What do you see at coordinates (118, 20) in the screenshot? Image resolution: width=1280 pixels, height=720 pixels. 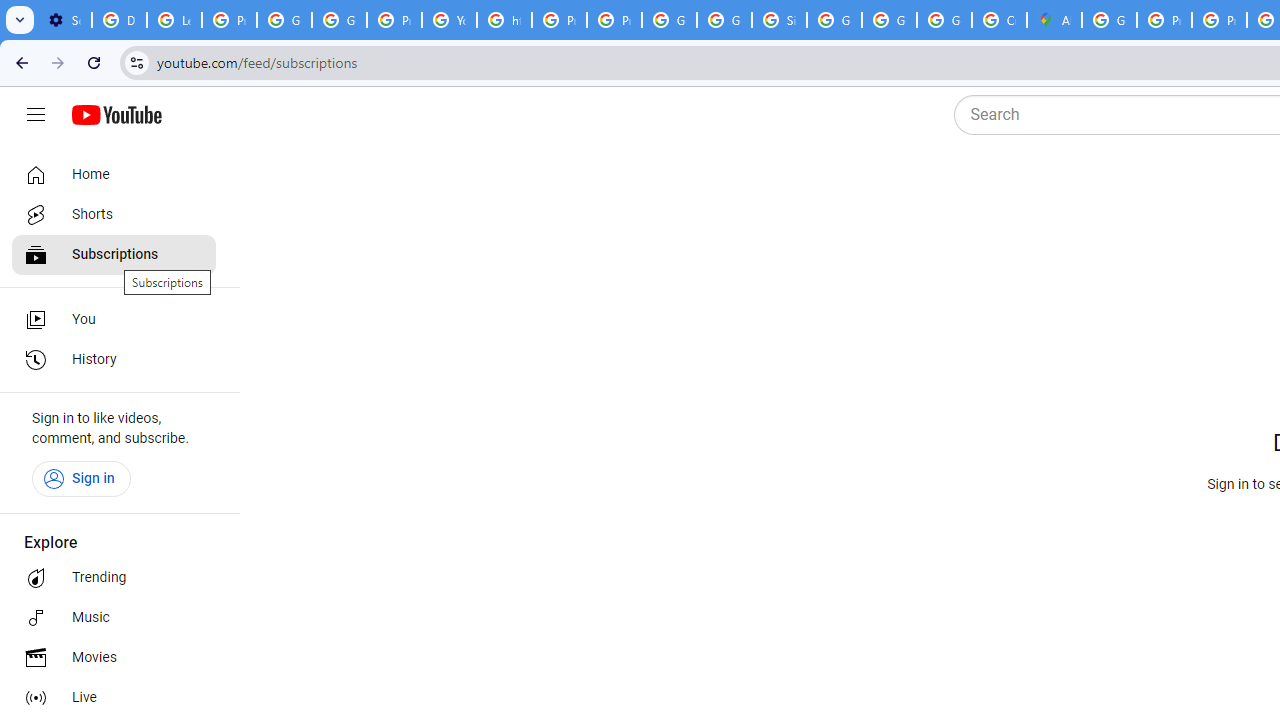 I see `'Delete photos & videos - Computer - Google Photos Help'` at bounding box center [118, 20].